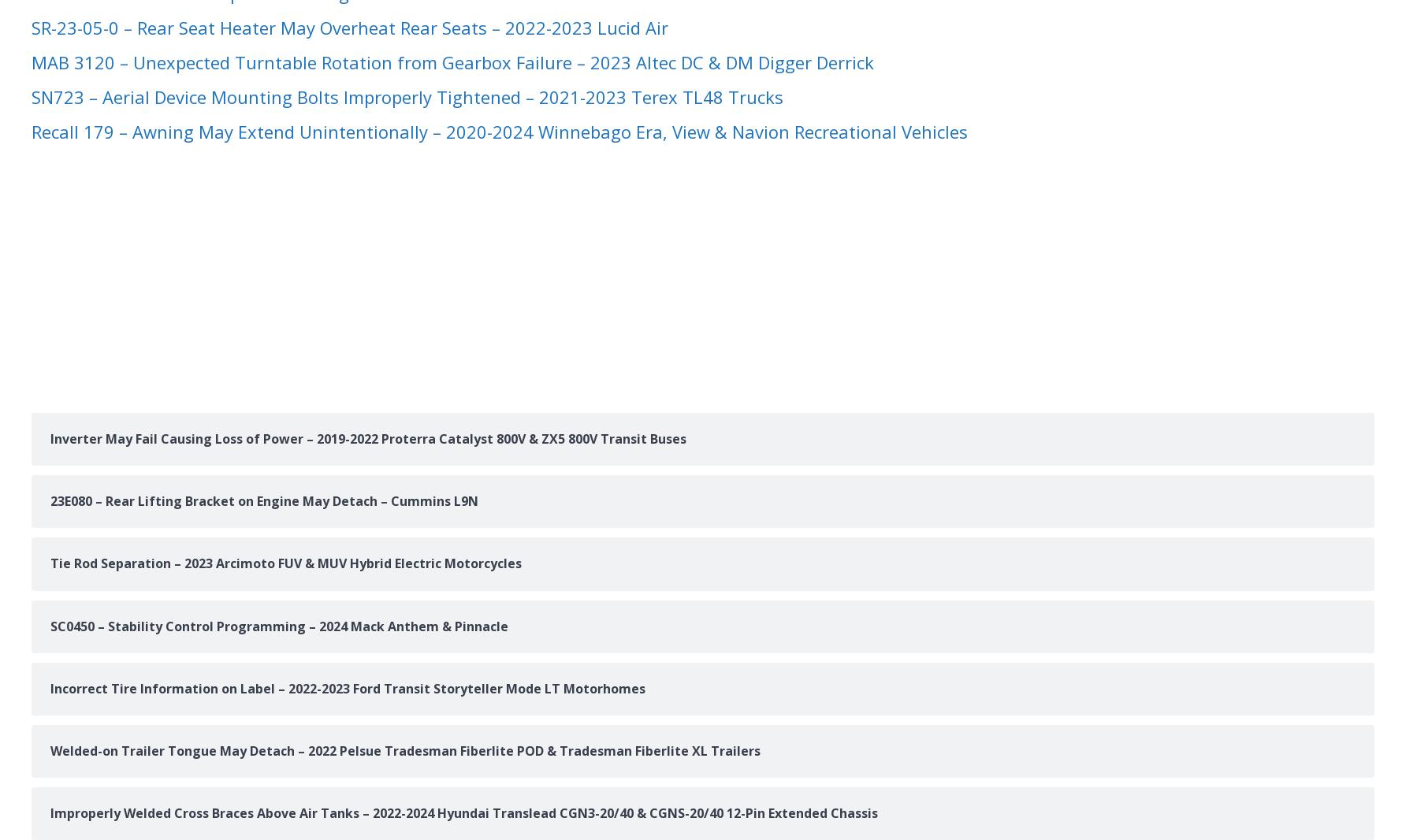 This screenshot has width=1406, height=840. I want to click on 'SC0450 – Stability Control Programming – 2024 Mack Anthem & Pinnacle', so click(278, 624).